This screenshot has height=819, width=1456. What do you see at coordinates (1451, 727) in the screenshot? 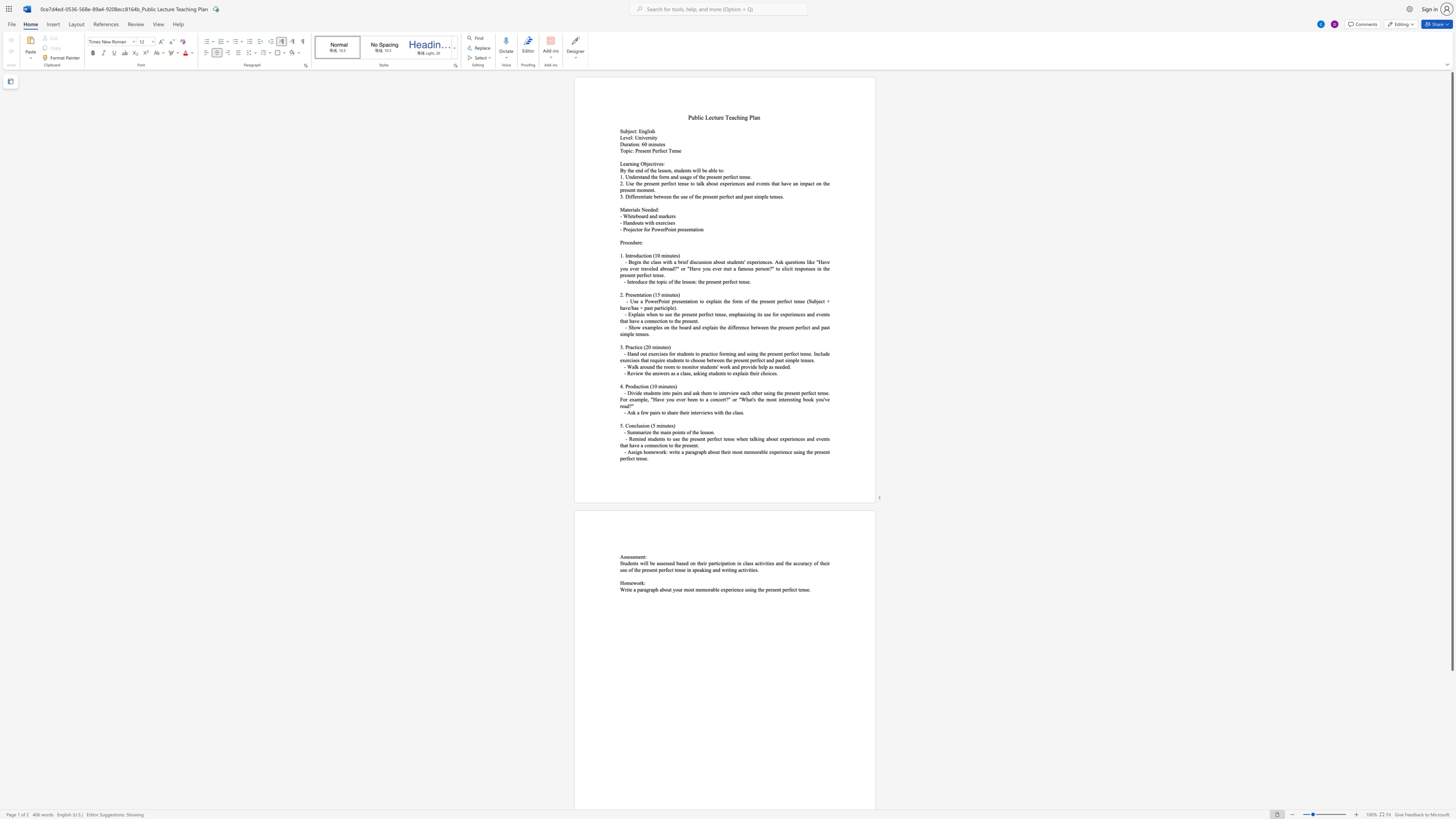
I see `the page's right scrollbar for downward movement` at bounding box center [1451, 727].